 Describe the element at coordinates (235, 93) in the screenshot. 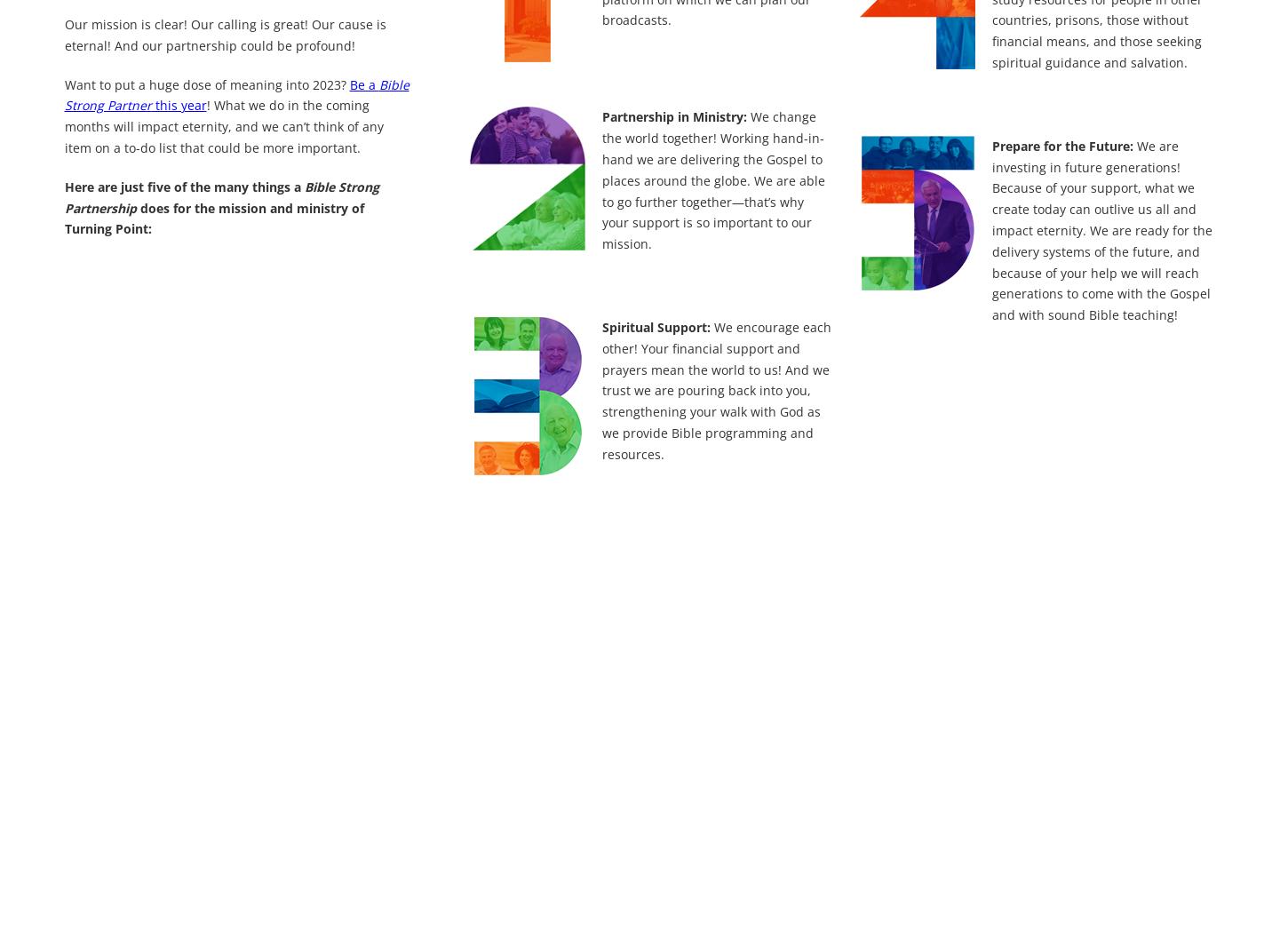

I see `'Bible Strong Partner'` at that location.